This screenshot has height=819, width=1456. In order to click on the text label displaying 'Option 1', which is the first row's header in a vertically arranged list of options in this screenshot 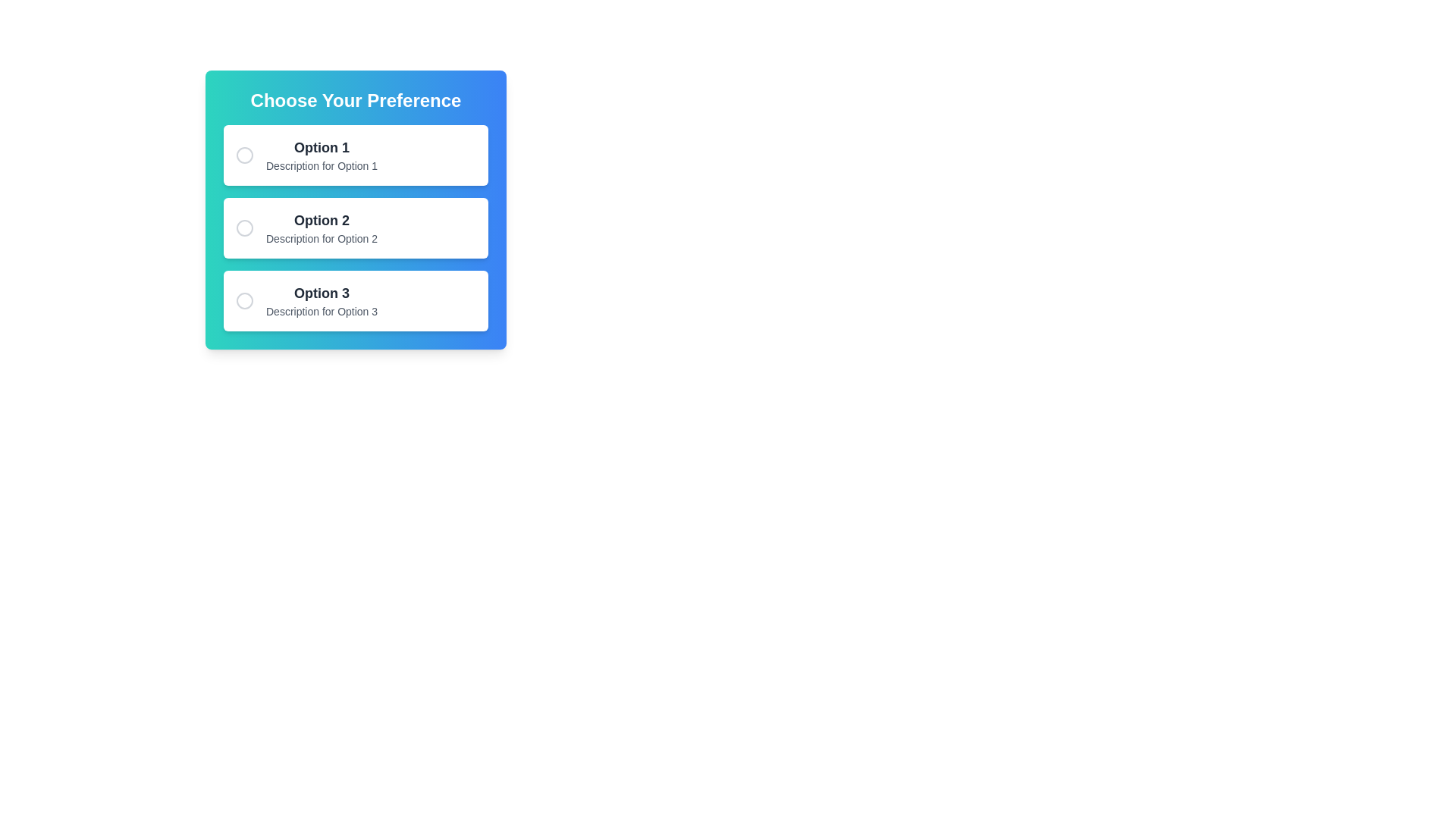, I will do `click(321, 148)`.